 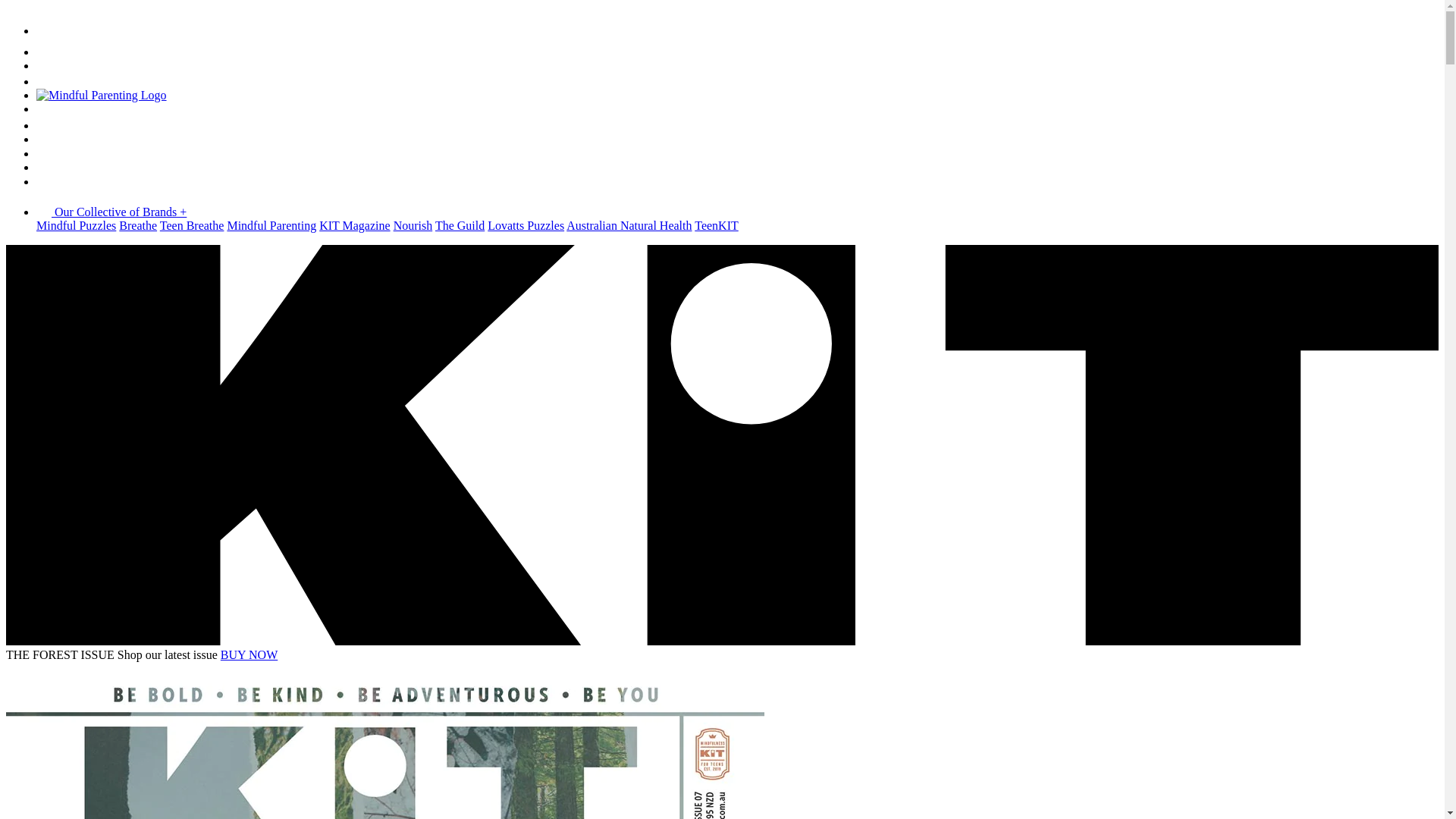 What do you see at coordinates (111, 212) in the screenshot?
I see `'Our Collective of Brands +'` at bounding box center [111, 212].